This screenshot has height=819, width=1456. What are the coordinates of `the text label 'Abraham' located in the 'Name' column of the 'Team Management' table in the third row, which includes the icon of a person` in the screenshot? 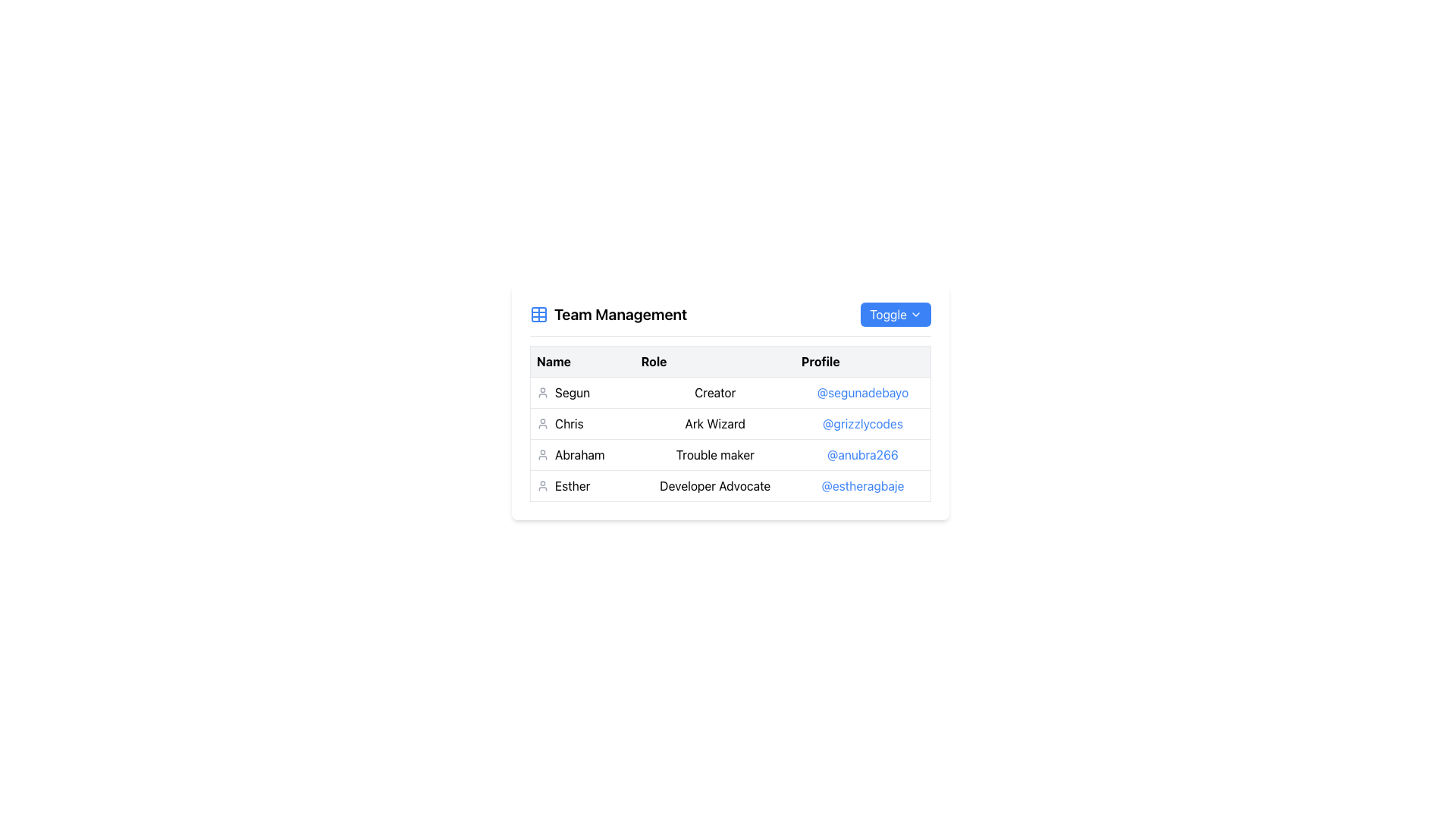 It's located at (582, 454).